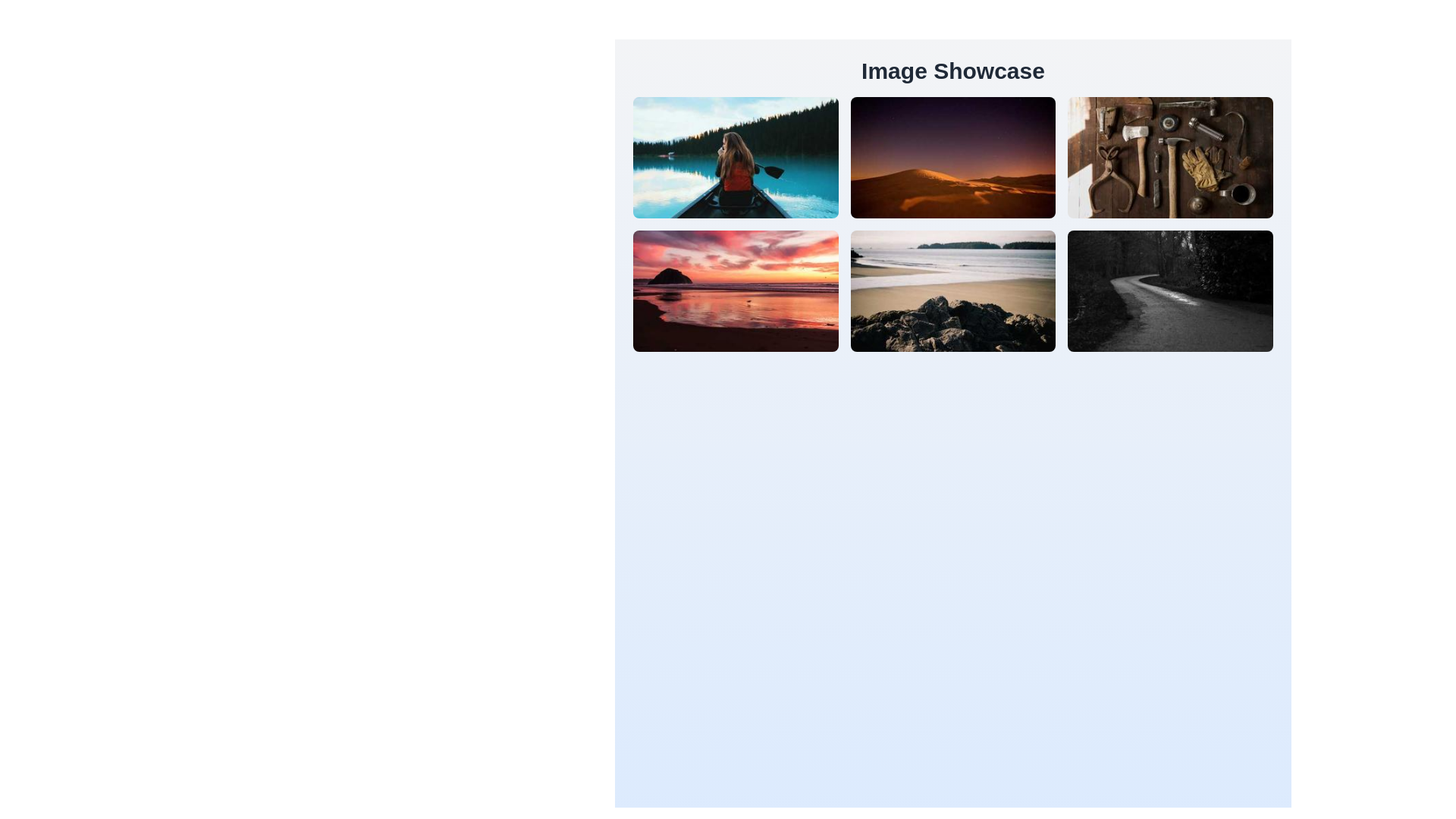  I want to click on the image of tools and accessories located in the top-right corner of the grid layout under 'Image Showcase' to enlarge it, so click(1169, 158).